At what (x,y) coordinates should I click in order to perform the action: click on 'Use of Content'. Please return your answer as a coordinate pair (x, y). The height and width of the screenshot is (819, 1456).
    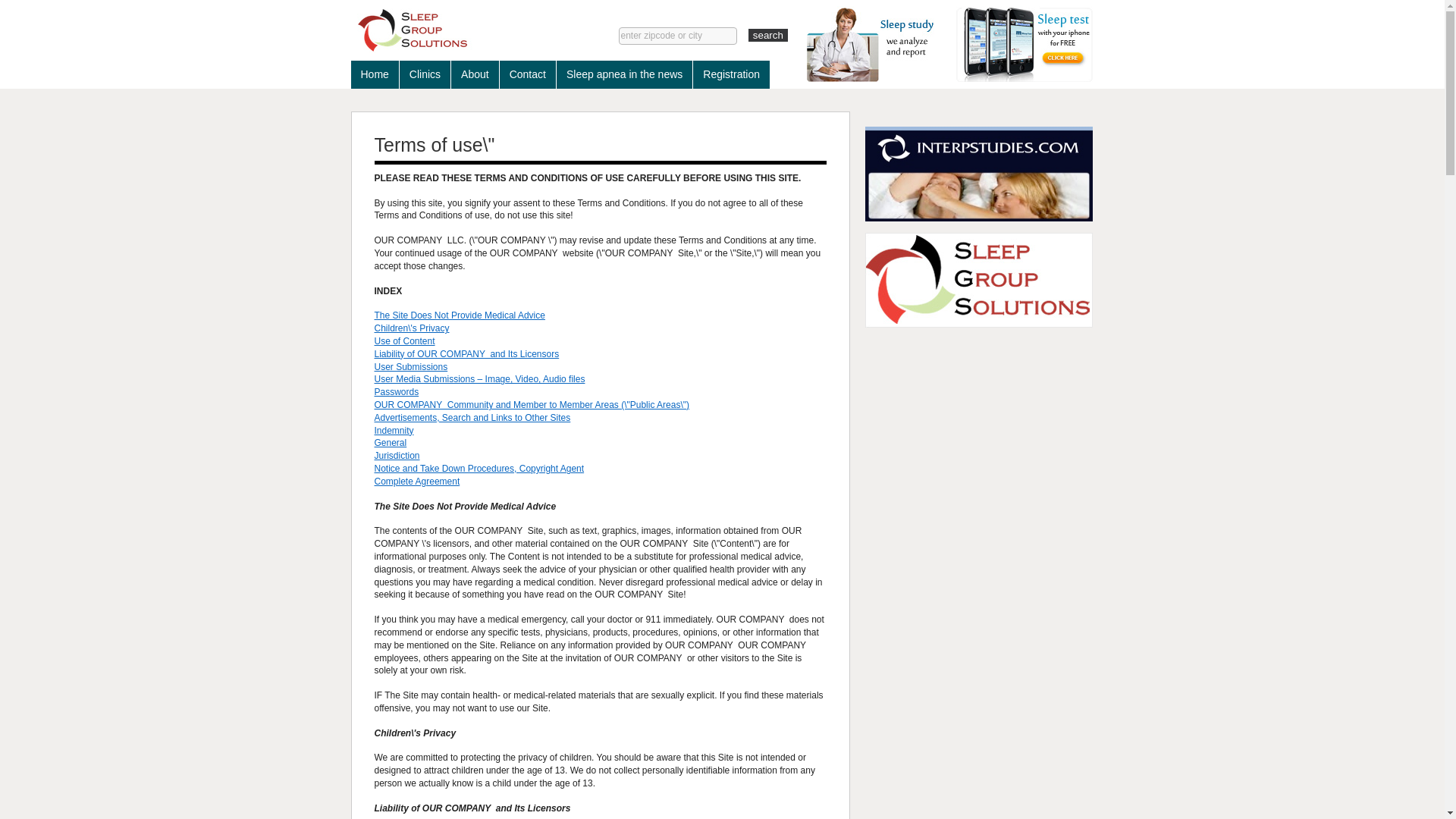
    Looking at the image, I should click on (404, 341).